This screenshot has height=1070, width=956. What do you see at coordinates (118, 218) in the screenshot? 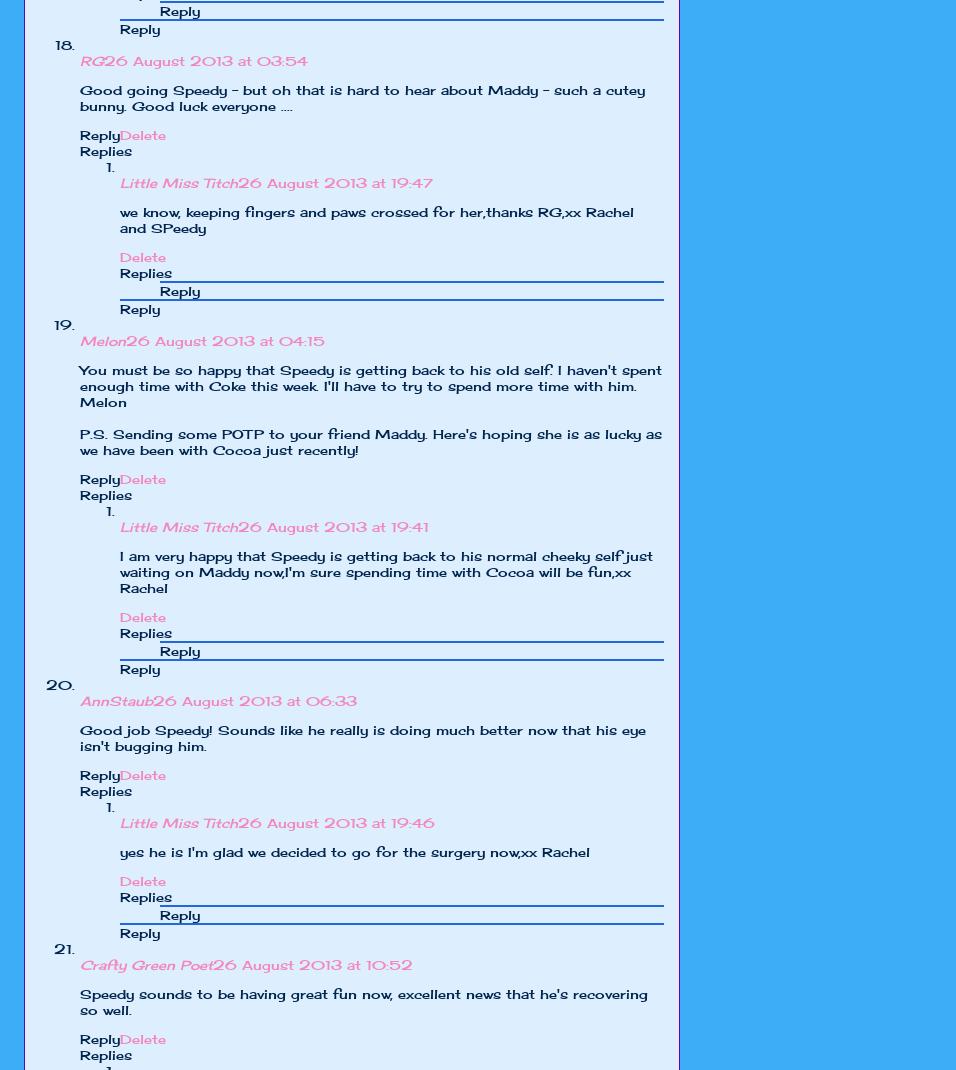
I see `'we know, keeping fingers and paws crossed for her,thanks RG,xx Rachel and SPeedy'` at bounding box center [118, 218].